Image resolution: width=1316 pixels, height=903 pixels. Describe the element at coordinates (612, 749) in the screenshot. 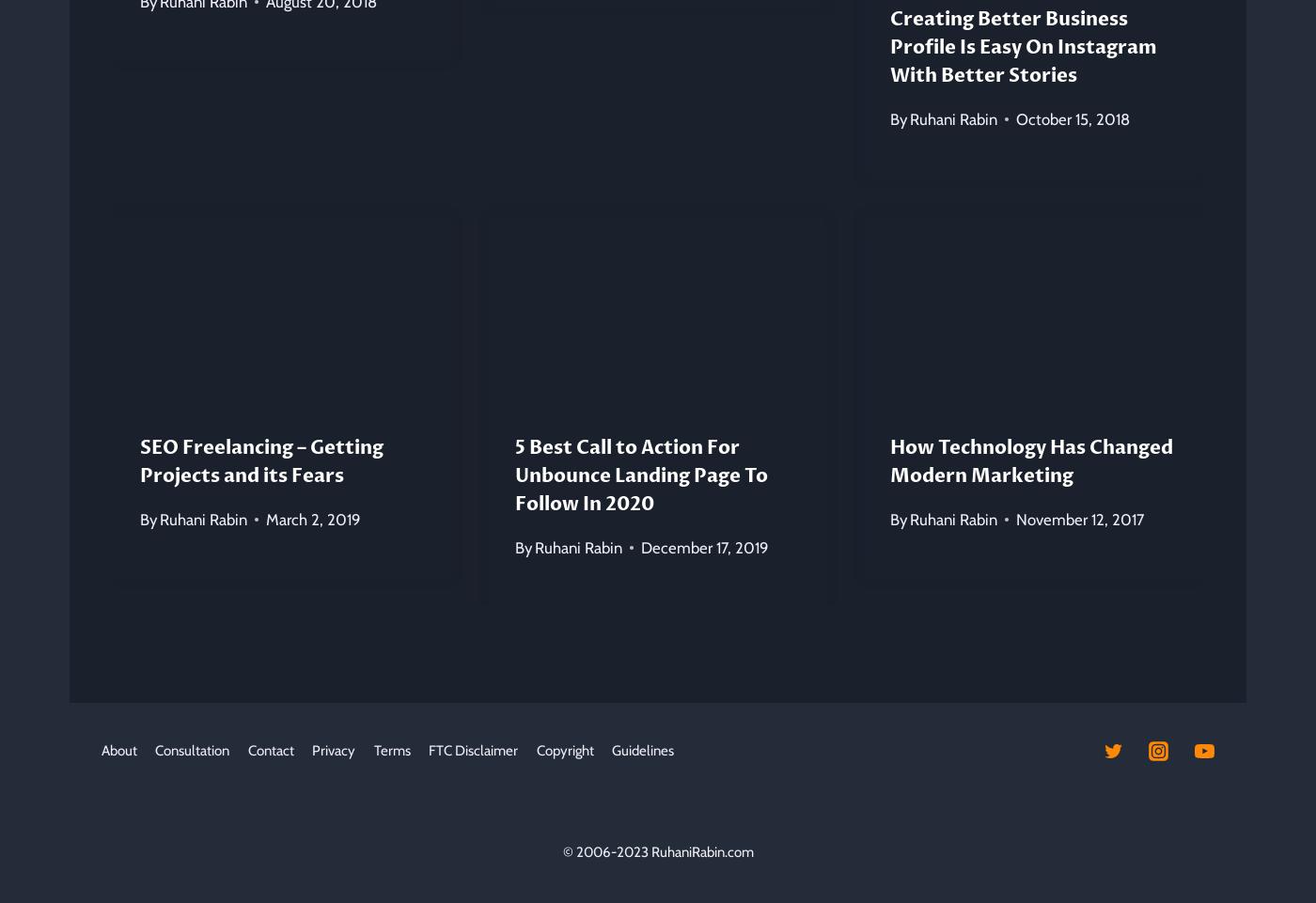

I see `'Guidelines'` at that location.